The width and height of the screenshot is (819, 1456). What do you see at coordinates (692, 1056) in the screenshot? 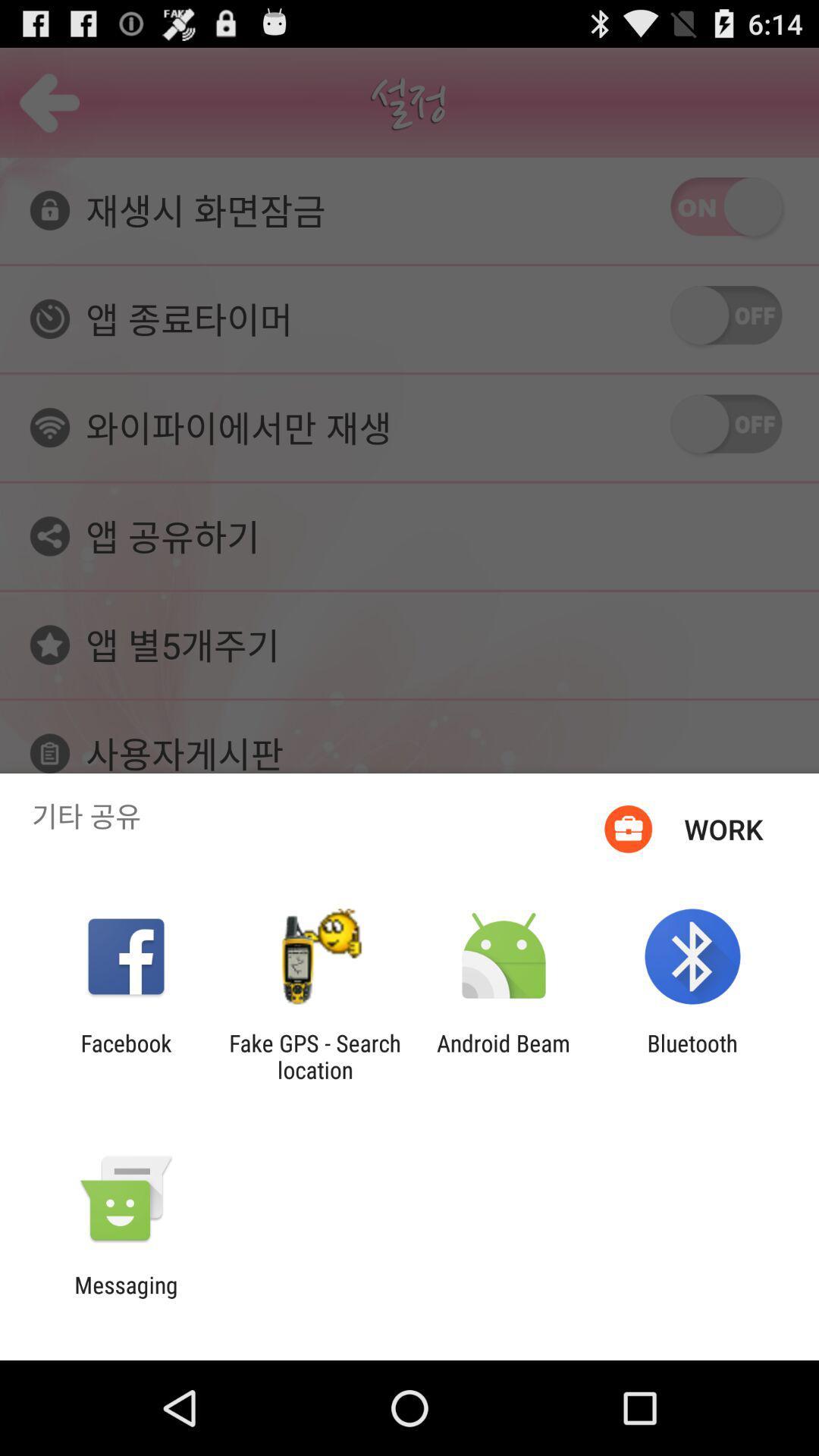
I see `item at the bottom right corner` at bounding box center [692, 1056].